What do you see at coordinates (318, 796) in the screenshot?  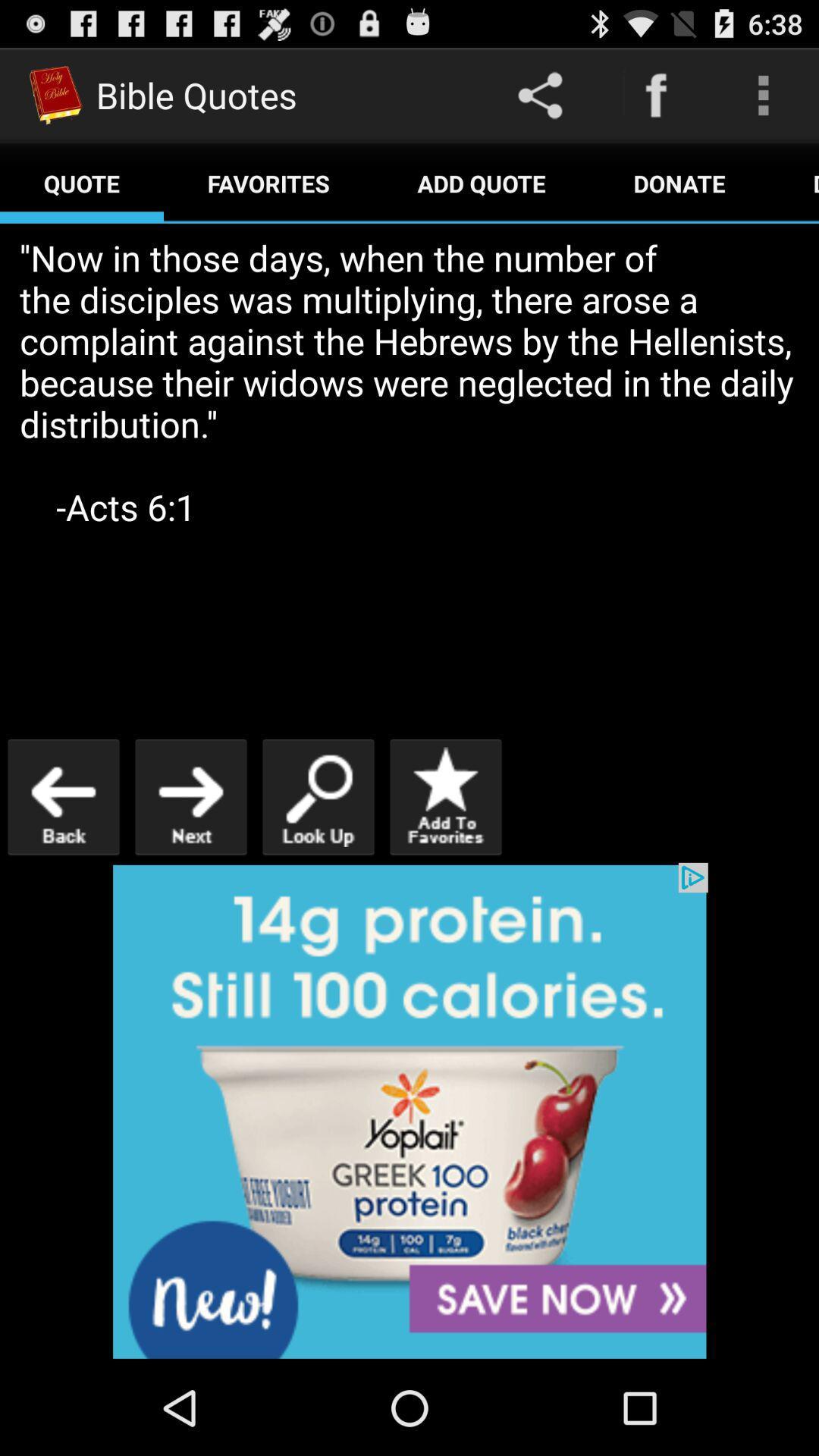 I see `search` at bounding box center [318, 796].